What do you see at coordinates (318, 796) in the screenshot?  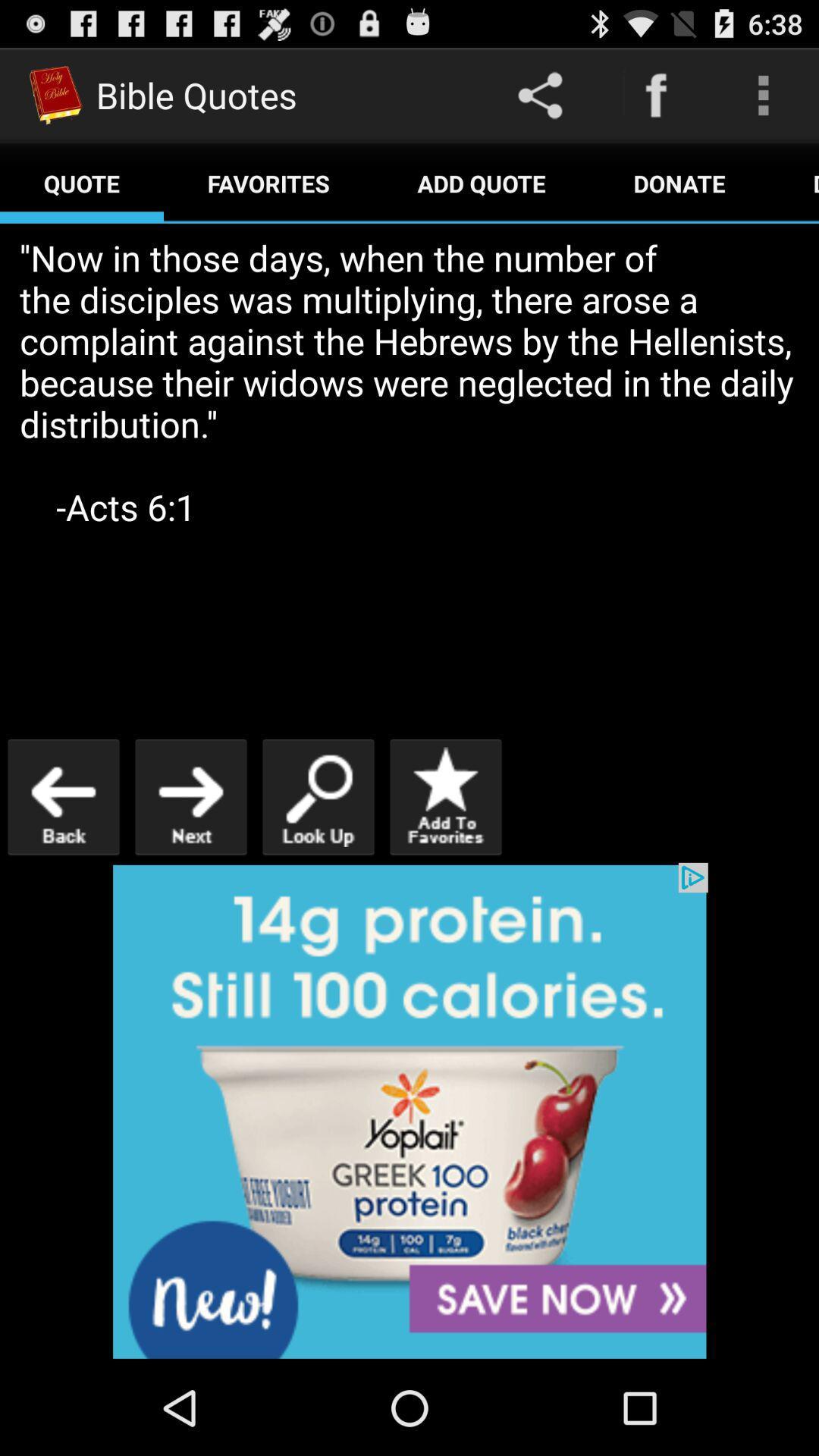 I see `search` at bounding box center [318, 796].